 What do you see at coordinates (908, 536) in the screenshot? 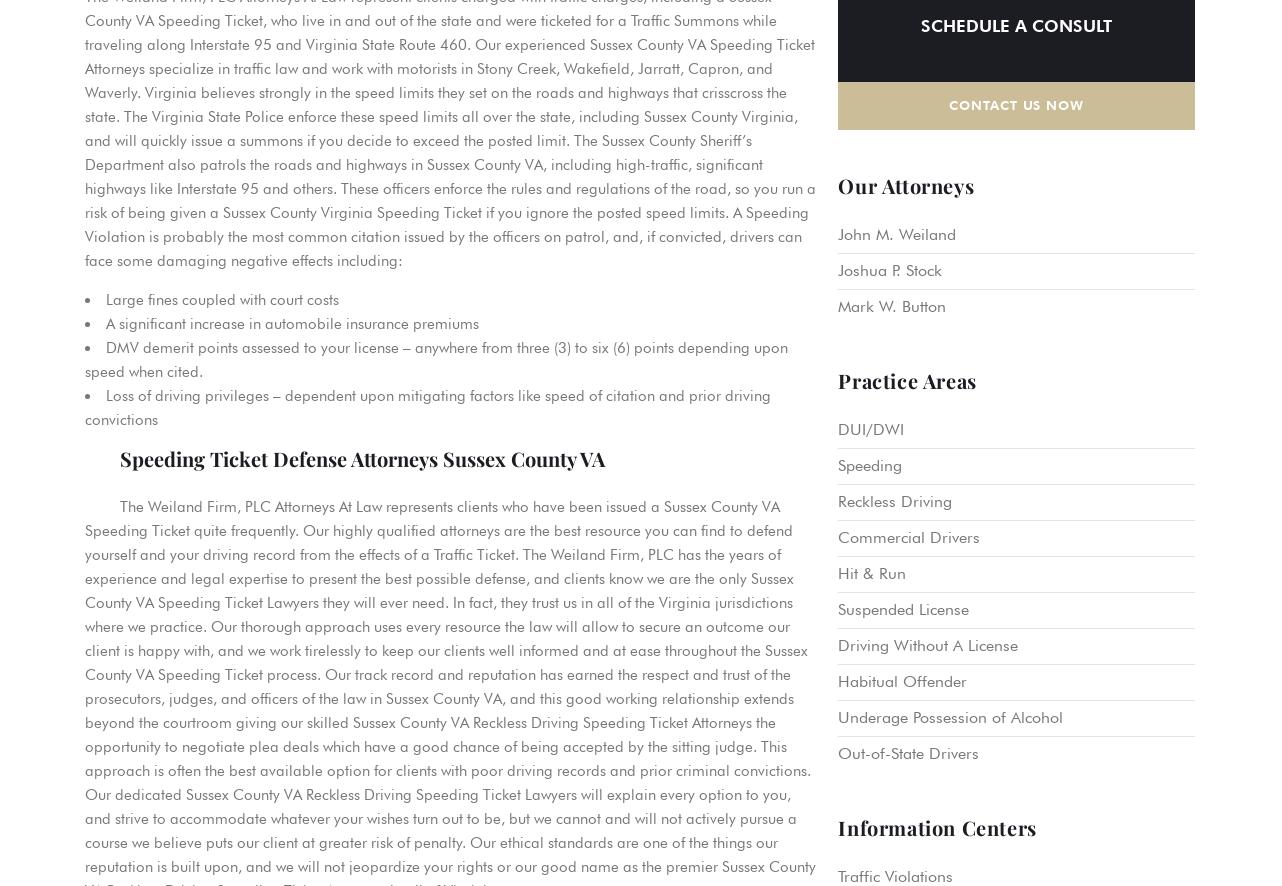
I see `'Commercial Drivers'` at bounding box center [908, 536].